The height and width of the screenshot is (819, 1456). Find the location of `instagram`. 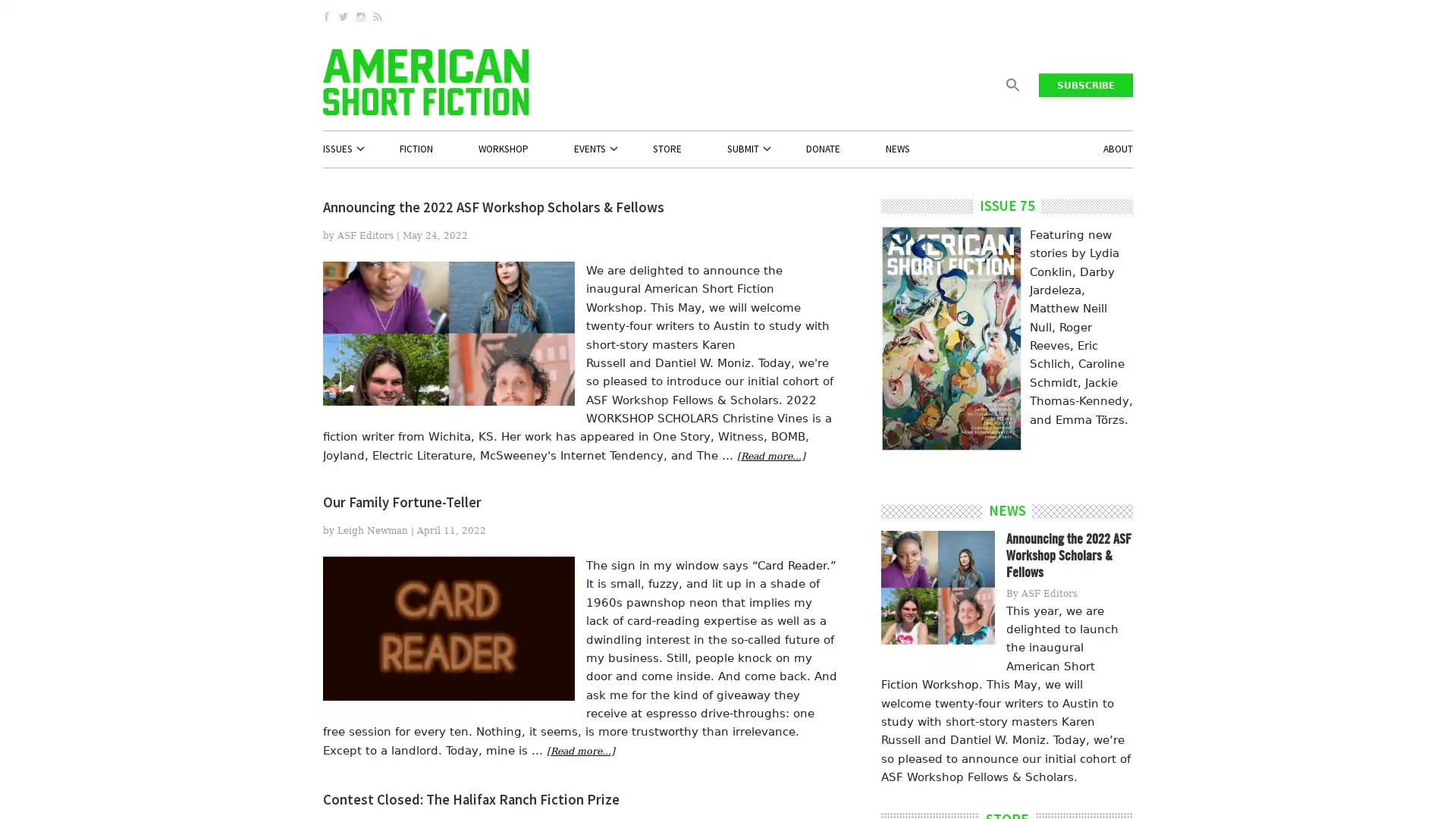

instagram is located at coordinates (362, 17).